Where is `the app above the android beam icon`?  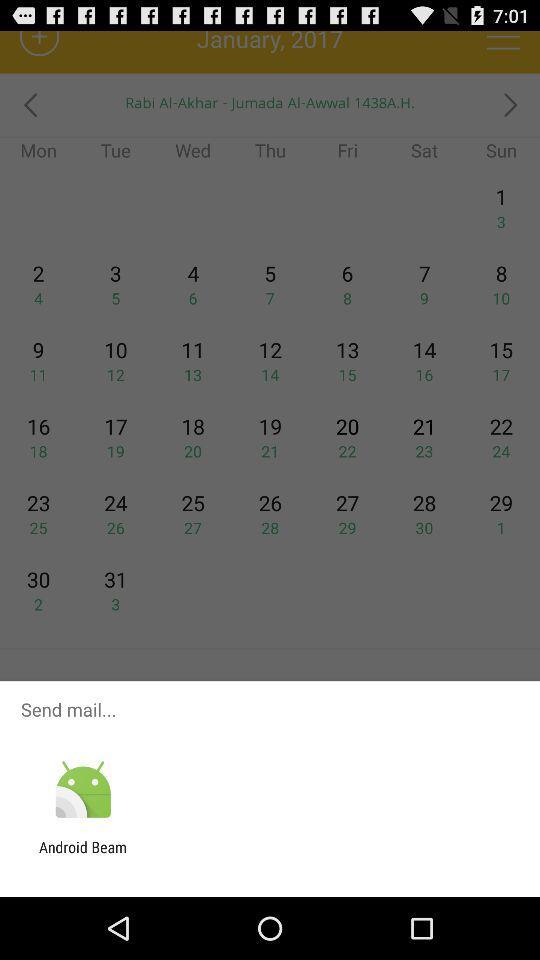
the app above the android beam icon is located at coordinates (82, 790).